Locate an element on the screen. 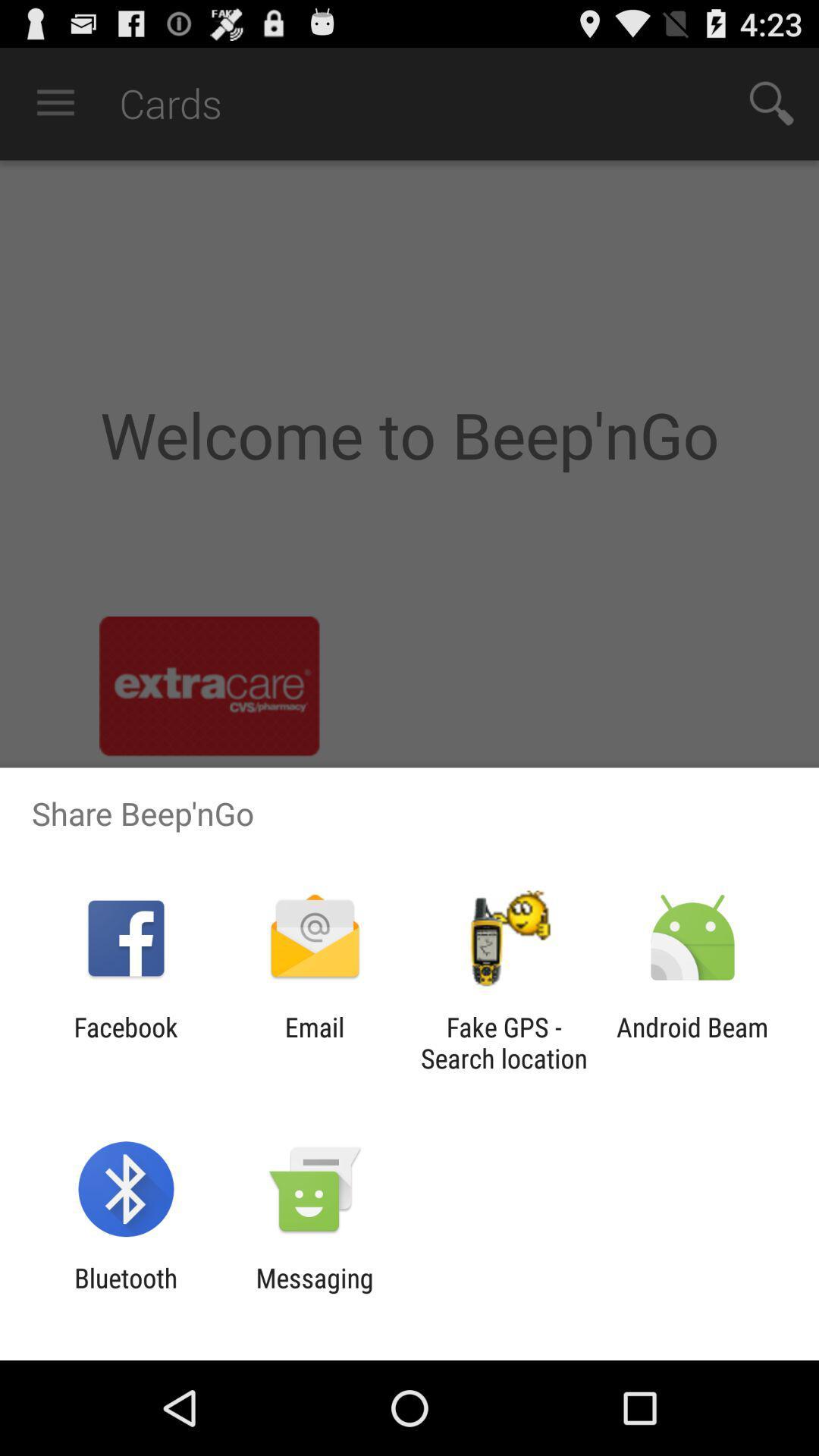 The image size is (819, 1456). android beam icon is located at coordinates (692, 1042).